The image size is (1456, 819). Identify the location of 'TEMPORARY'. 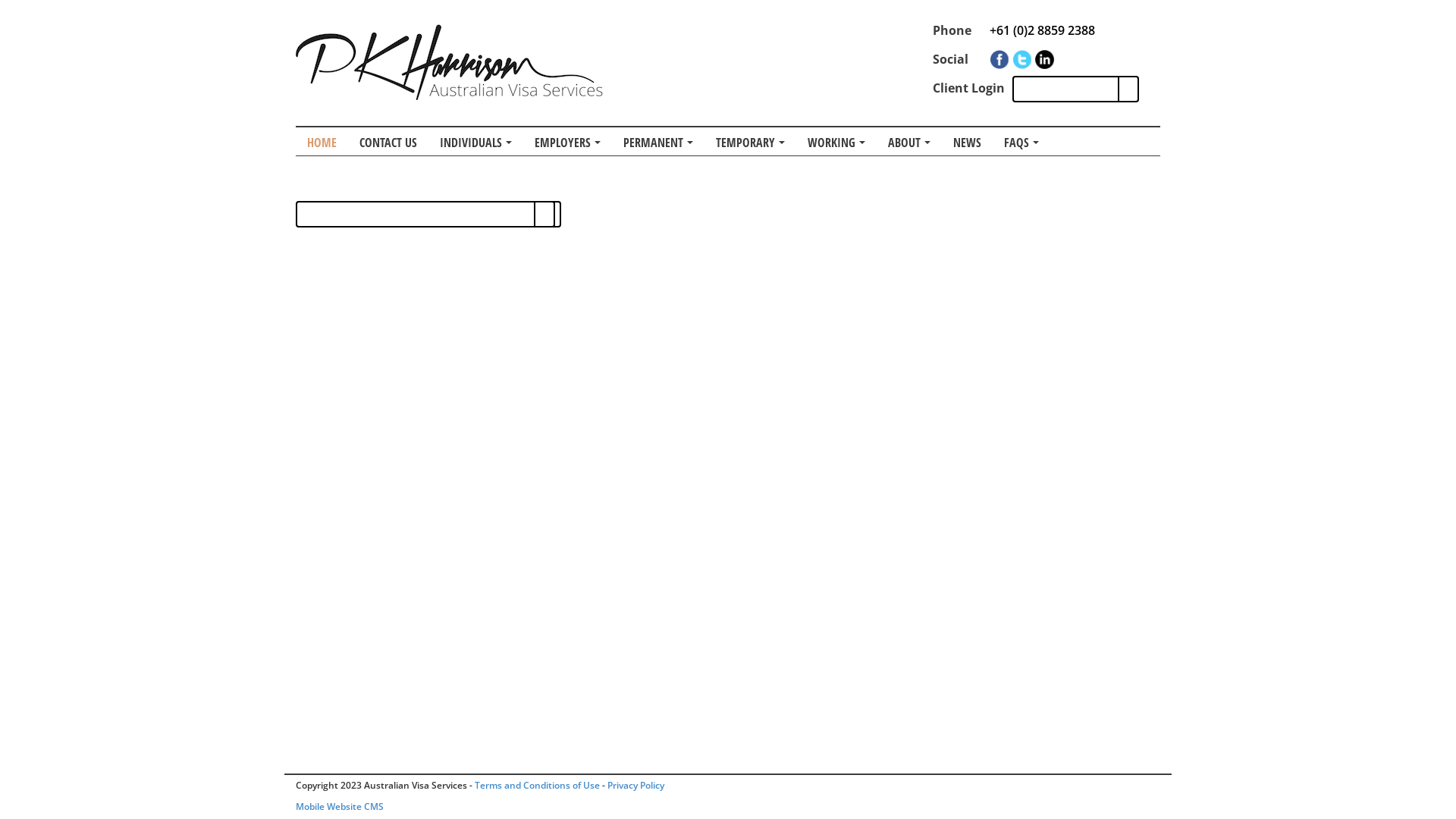
(750, 141).